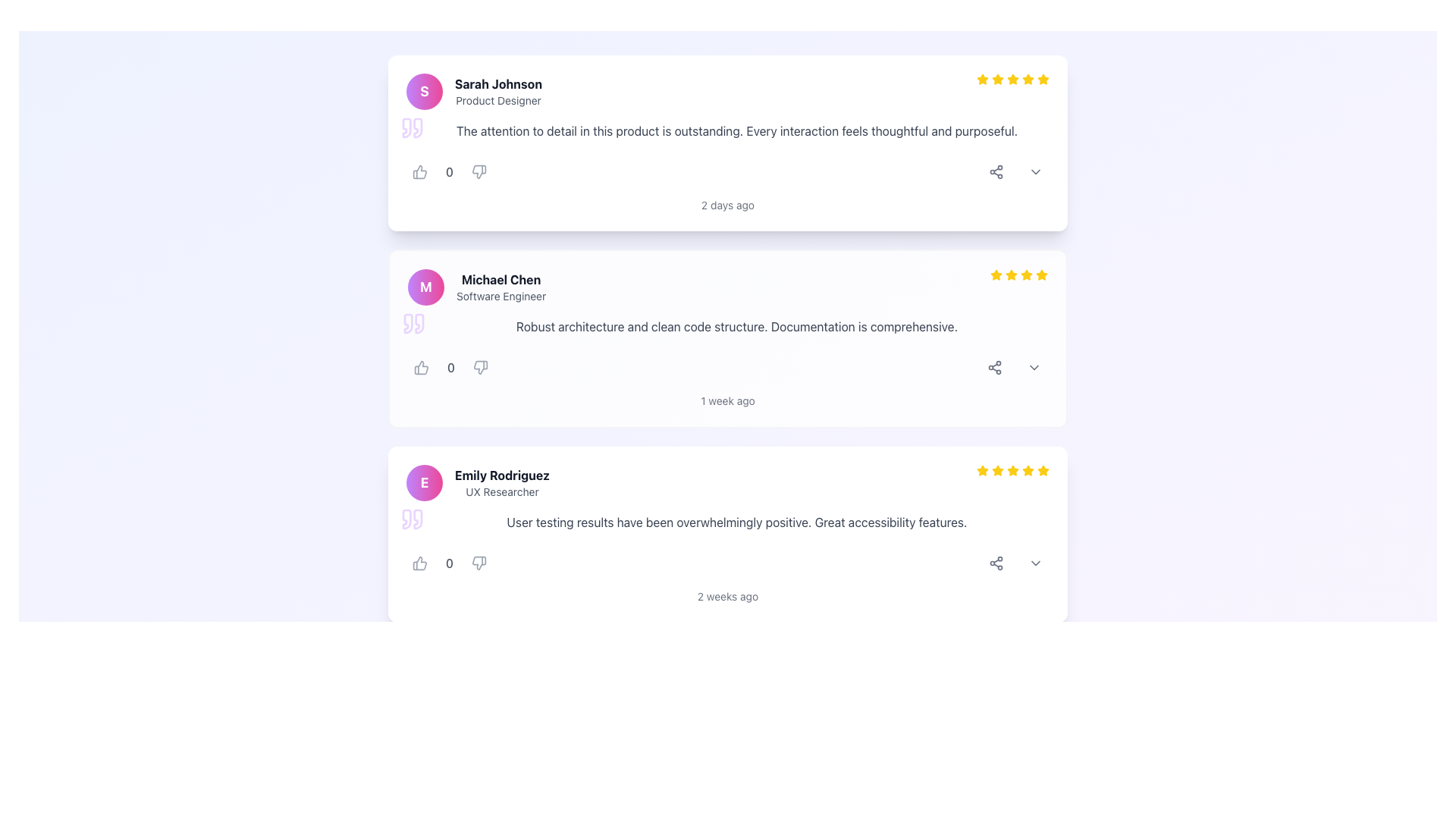 This screenshot has height=819, width=1456. What do you see at coordinates (502, 491) in the screenshot?
I see `the static text label that indicates the professional title 'UX Researcher' associated with the user 'Emily Rodriguez', located directly below the bold text in the user review card` at bounding box center [502, 491].